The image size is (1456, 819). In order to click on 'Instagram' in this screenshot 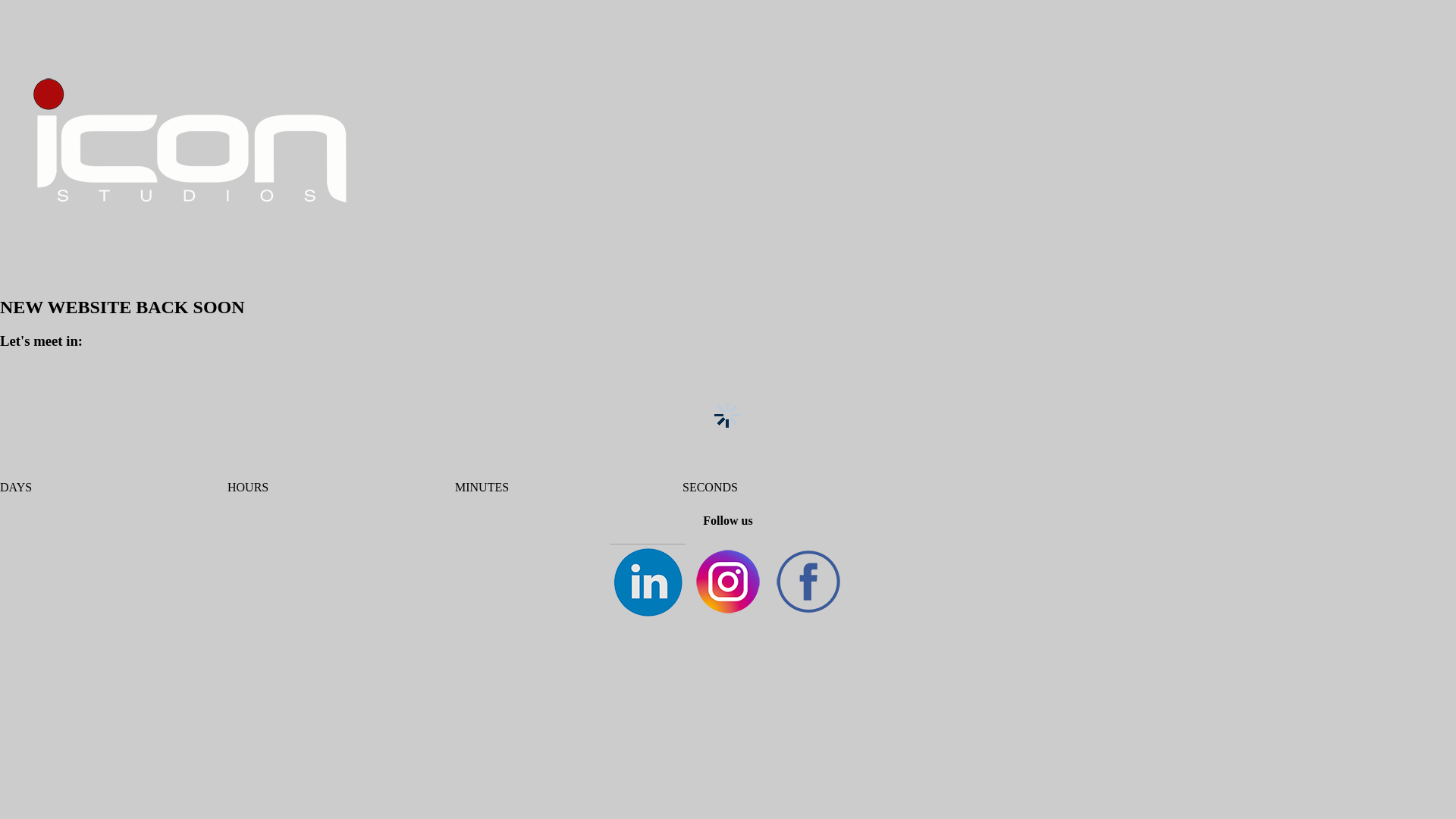, I will do `click(728, 581)`.